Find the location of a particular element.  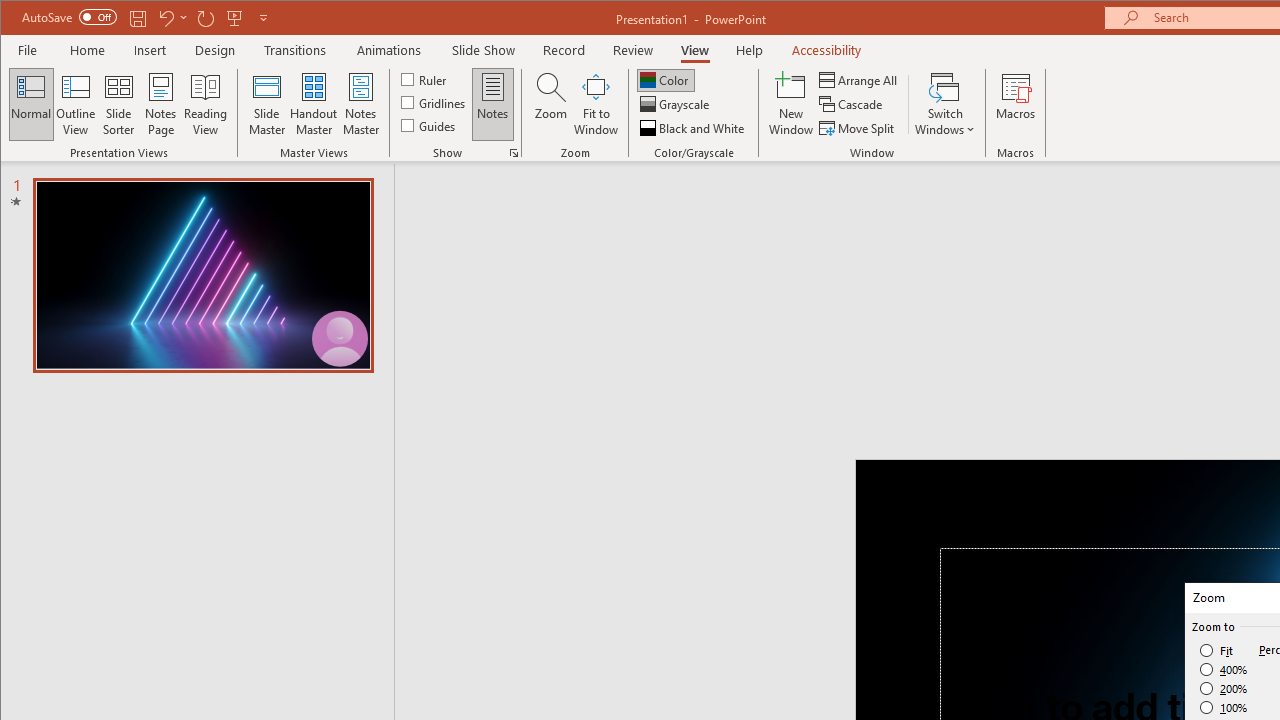

'Color' is located at coordinates (666, 79).